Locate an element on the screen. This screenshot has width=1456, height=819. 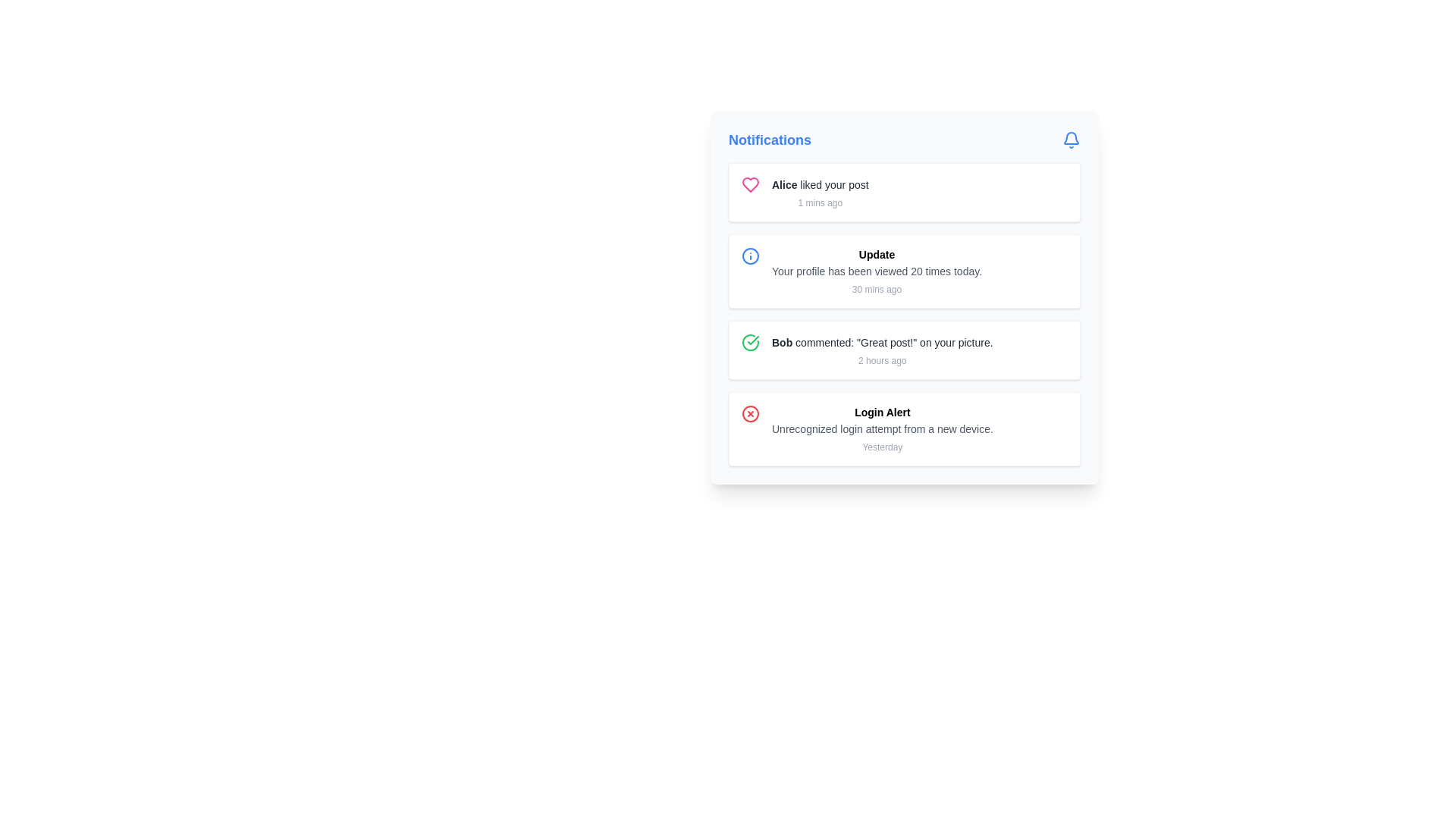
text label that indicates 'Alice liked your post' located in the first notification card under 'Notifications' is located at coordinates (819, 184).